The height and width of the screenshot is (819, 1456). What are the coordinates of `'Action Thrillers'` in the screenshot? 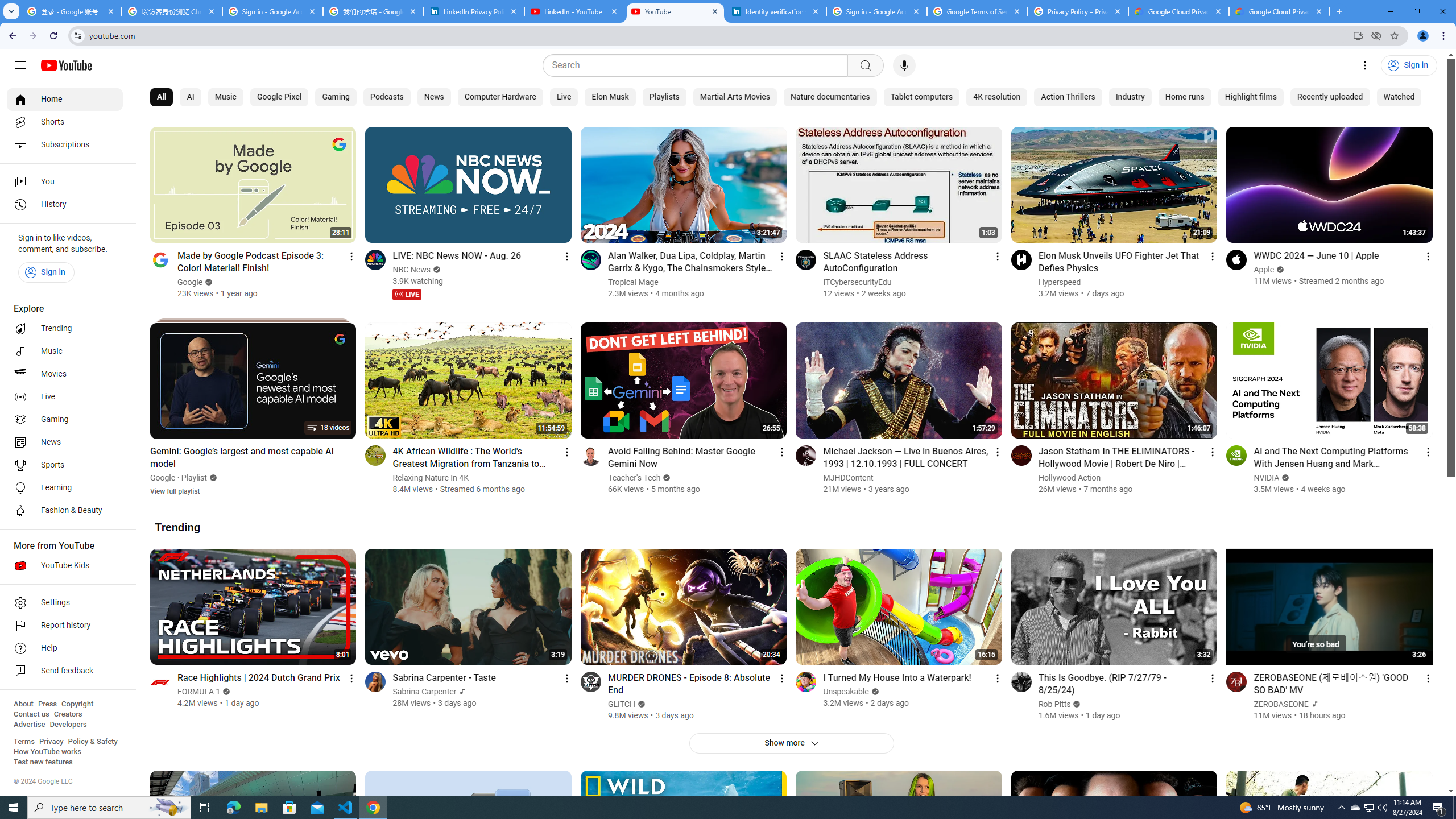 It's located at (1067, 97).